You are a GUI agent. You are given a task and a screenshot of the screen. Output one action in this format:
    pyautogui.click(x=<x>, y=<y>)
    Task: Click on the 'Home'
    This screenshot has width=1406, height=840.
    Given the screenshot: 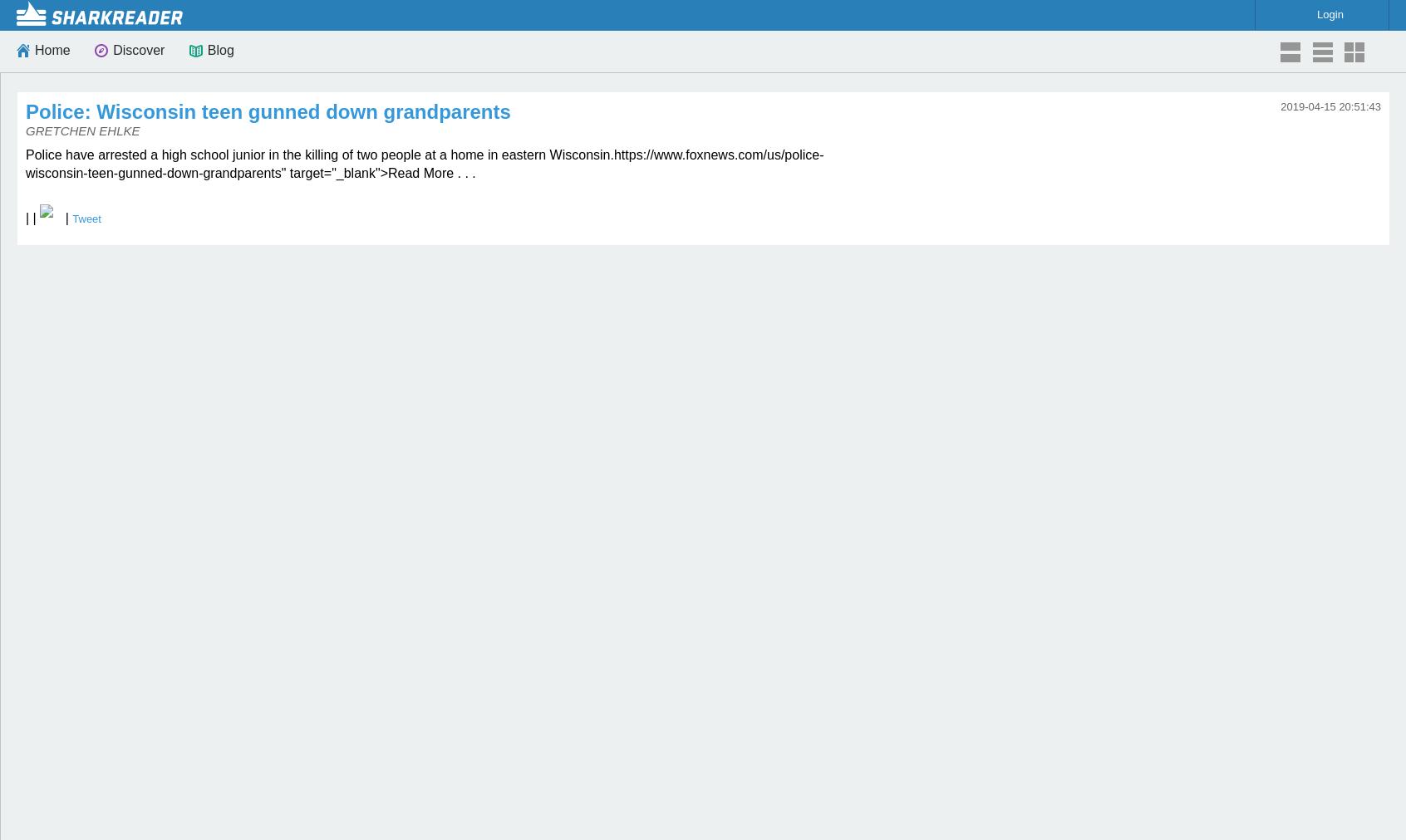 What is the action you would take?
    pyautogui.click(x=51, y=49)
    